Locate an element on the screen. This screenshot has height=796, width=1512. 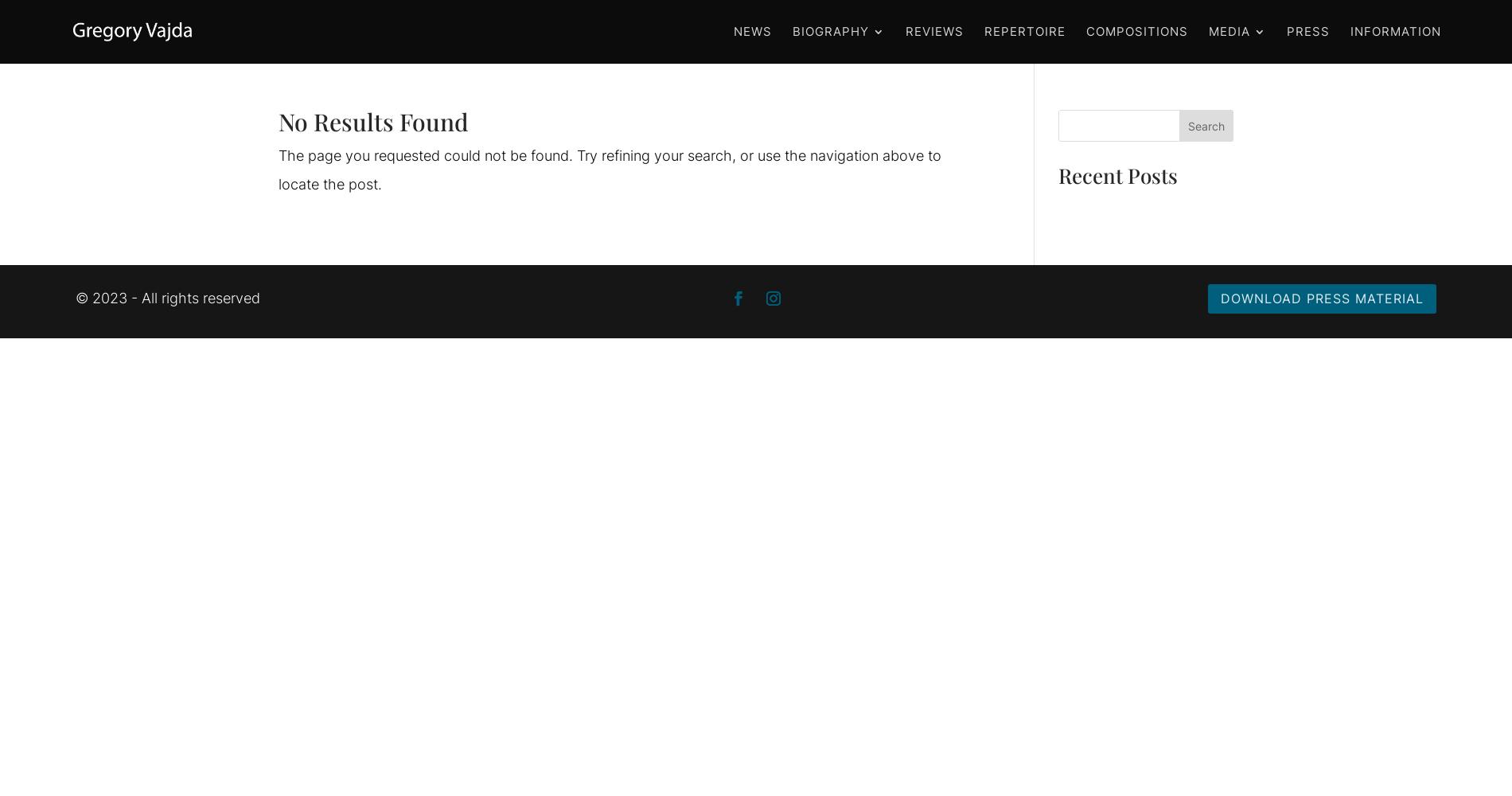
'Conductor' is located at coordinates (867, 96).